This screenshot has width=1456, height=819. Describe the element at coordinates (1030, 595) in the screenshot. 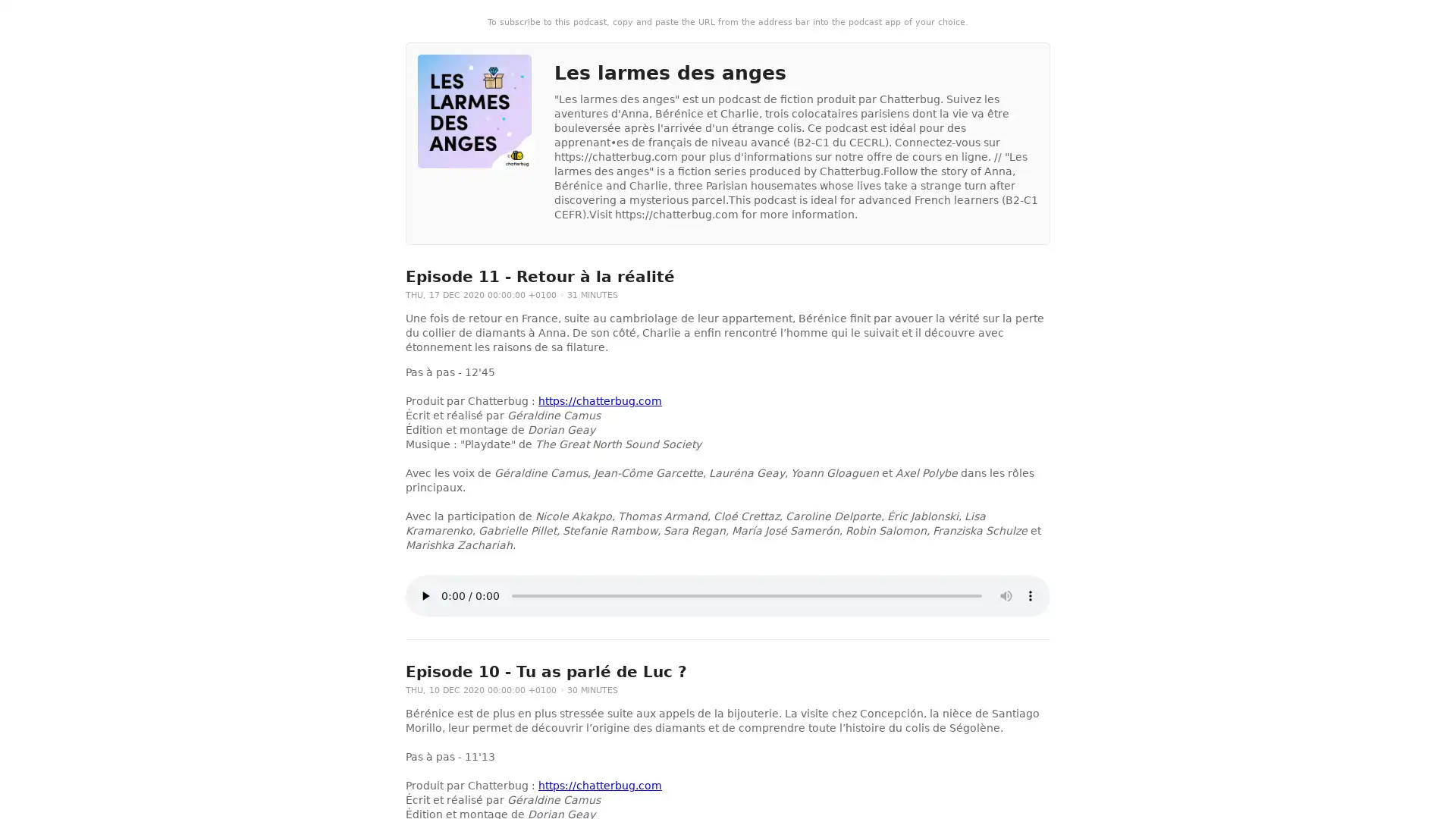

I see `show more media controls` at that location.